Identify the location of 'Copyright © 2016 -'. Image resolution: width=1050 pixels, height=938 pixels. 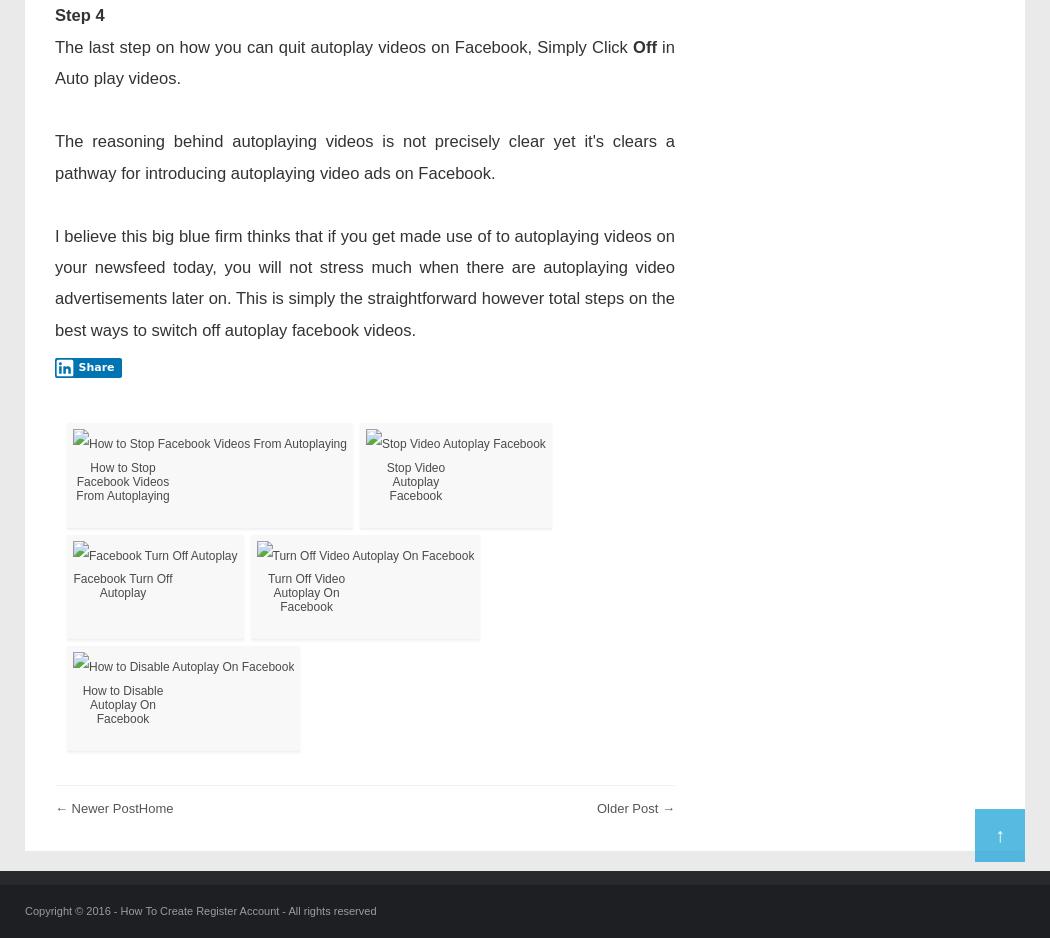
(71, 908).